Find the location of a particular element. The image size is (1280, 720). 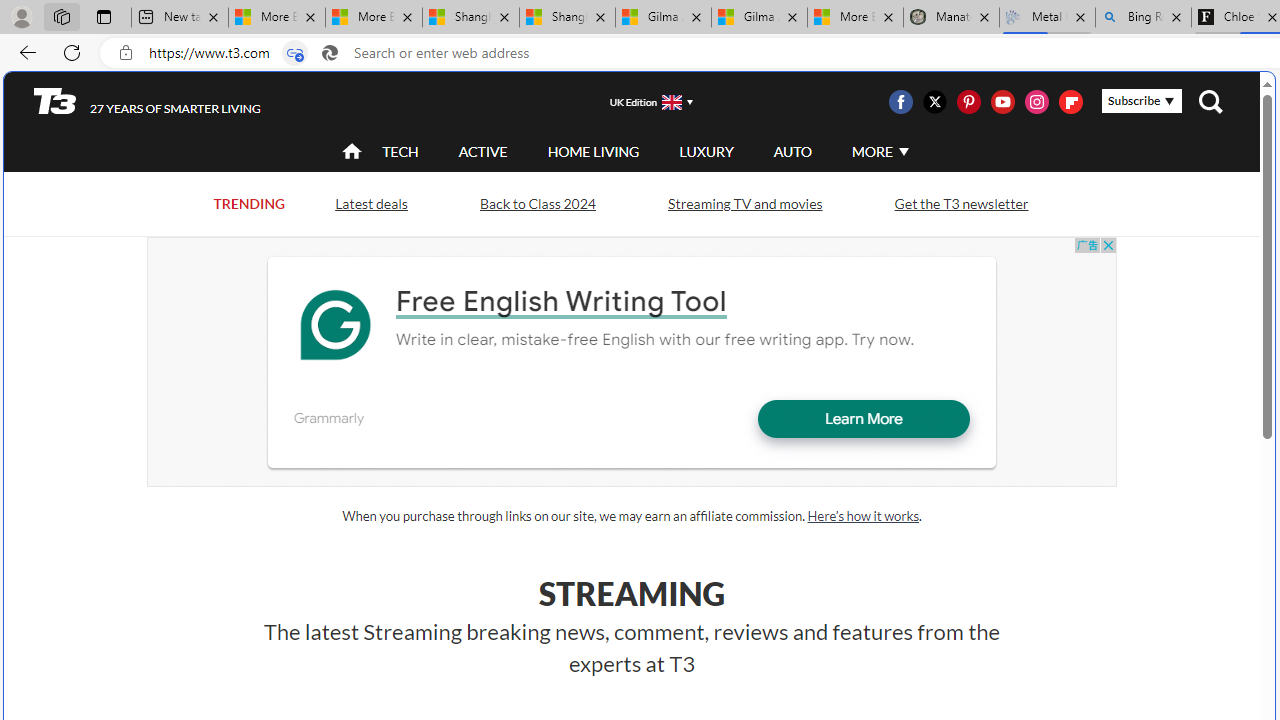

'Visit us on Twitter' is located at coordinates (934, 101).